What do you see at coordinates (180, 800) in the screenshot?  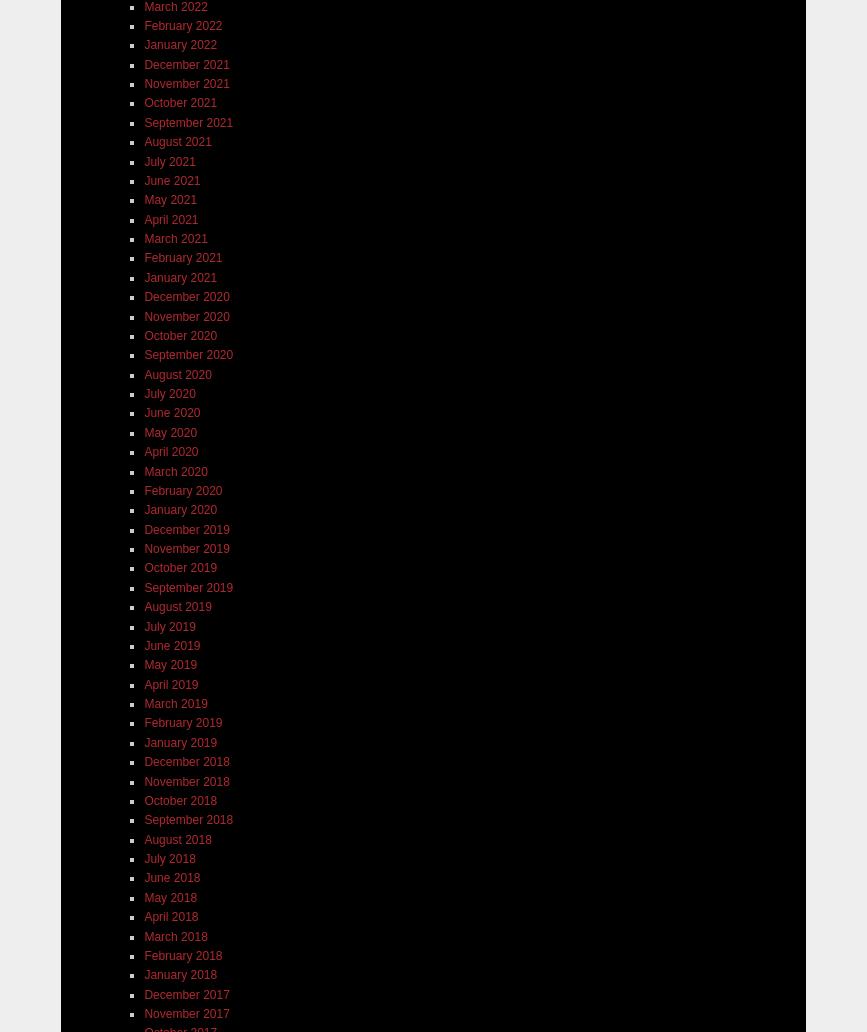 I see `'October 2018'` at bounding box center [180, 800].